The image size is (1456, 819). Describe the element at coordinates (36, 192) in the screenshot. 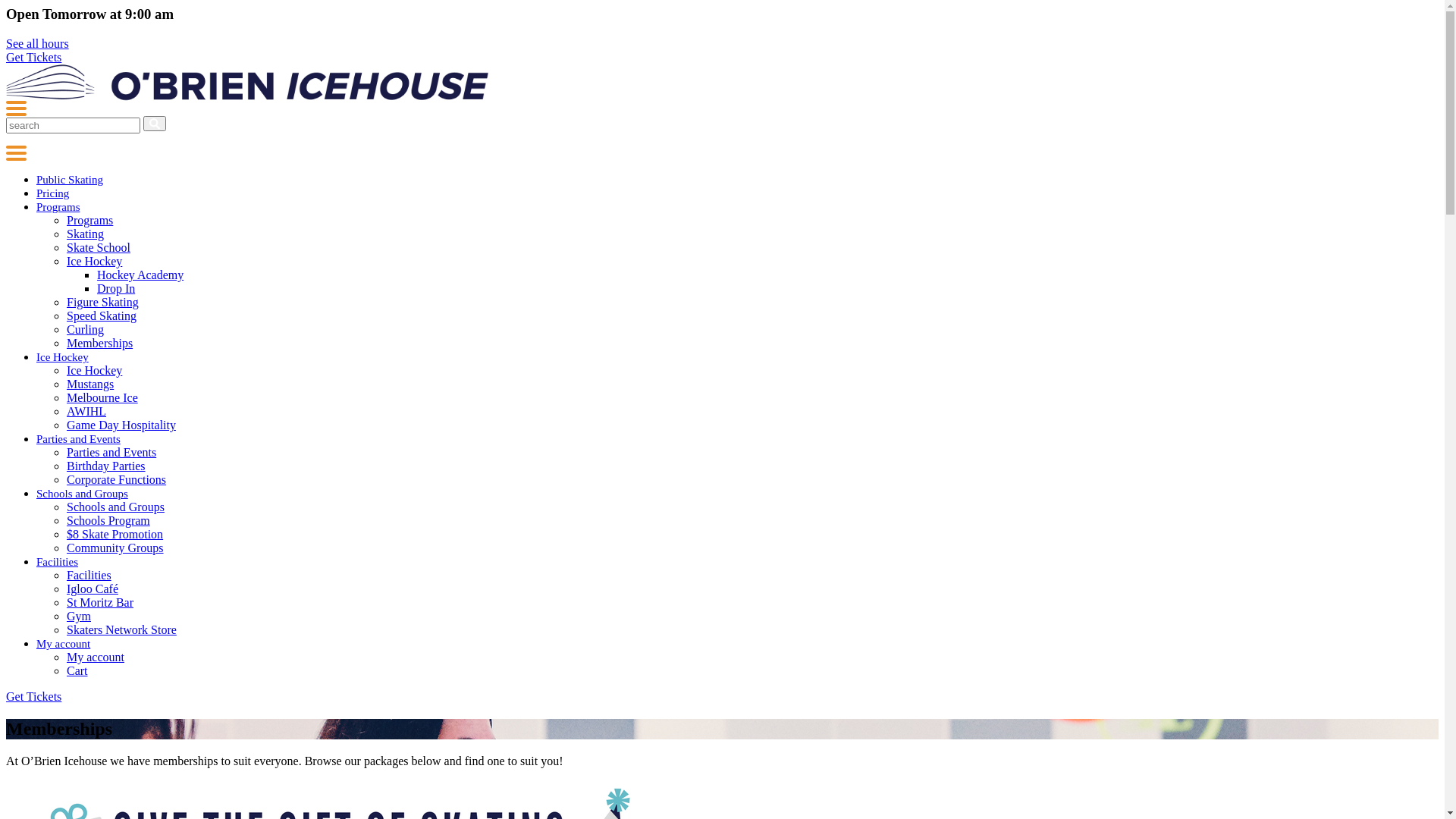

I see `'Pricing'` at that location.